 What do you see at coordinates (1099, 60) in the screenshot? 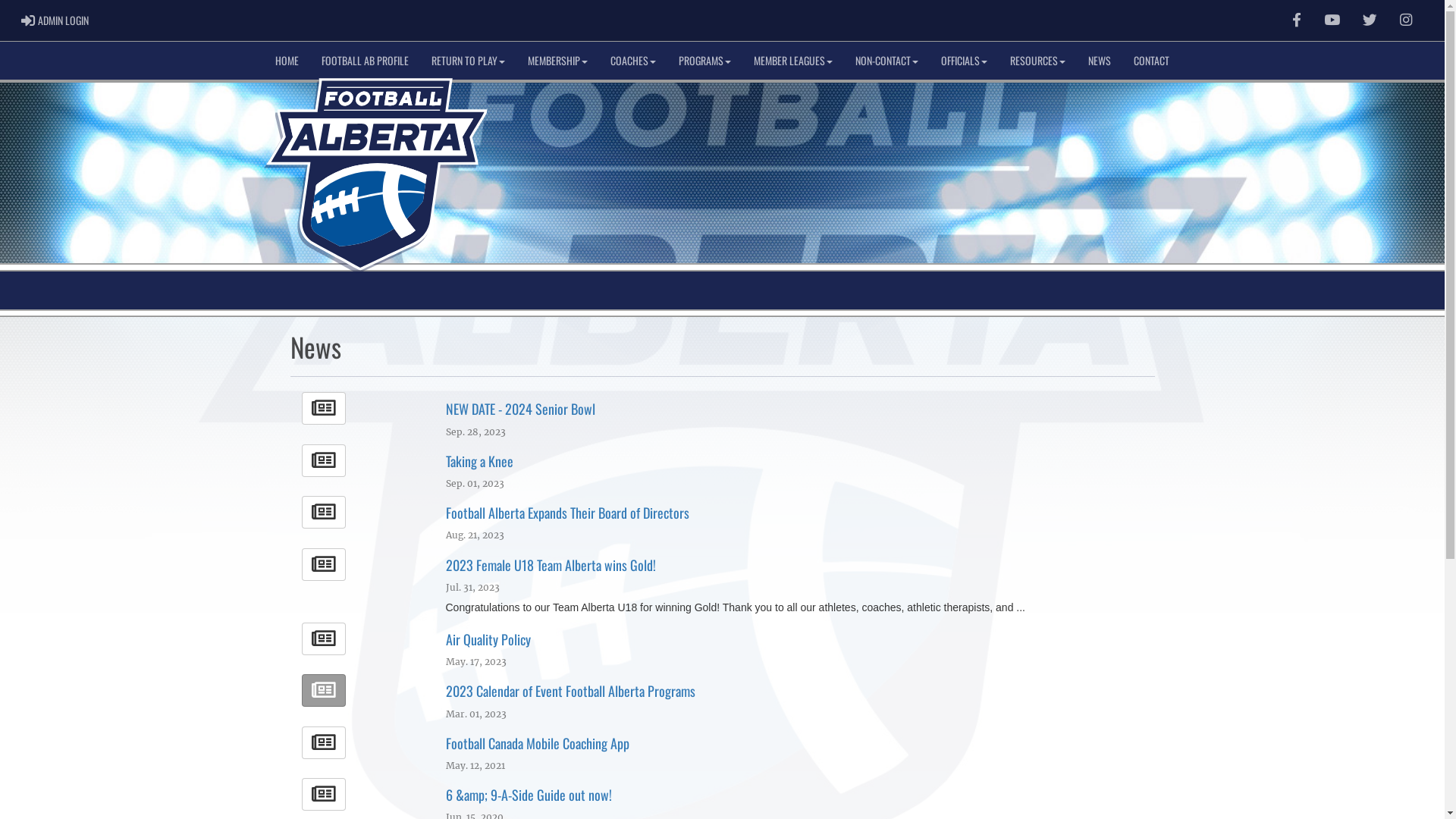
I see `'NEWS'` at bounding box center [1099, 60].